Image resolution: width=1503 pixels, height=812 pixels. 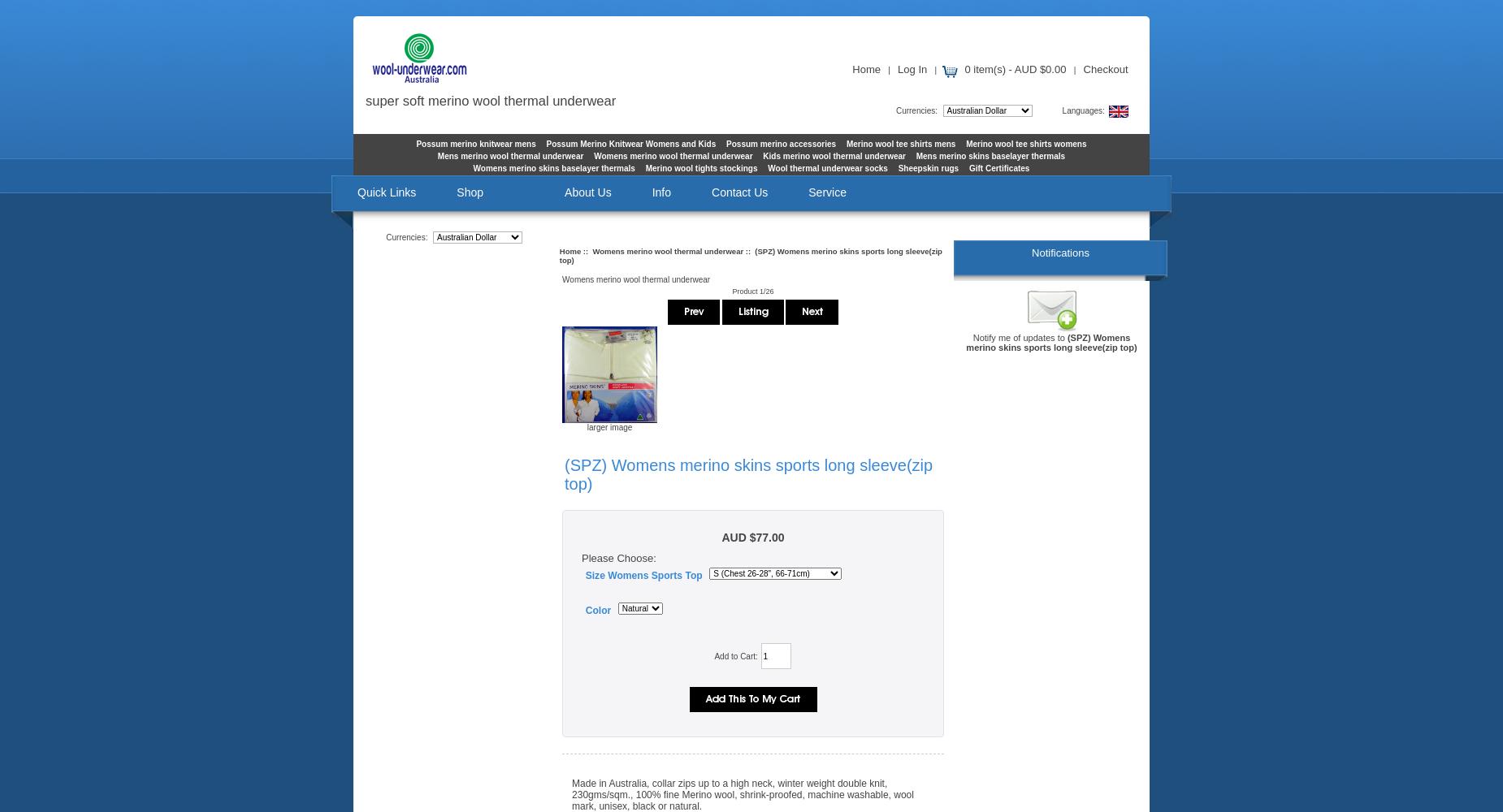 What do you see at coordinates (927, 167) in the screenshot?
I see `'Sheepskin rugs'` at bounding box center [927, 167].